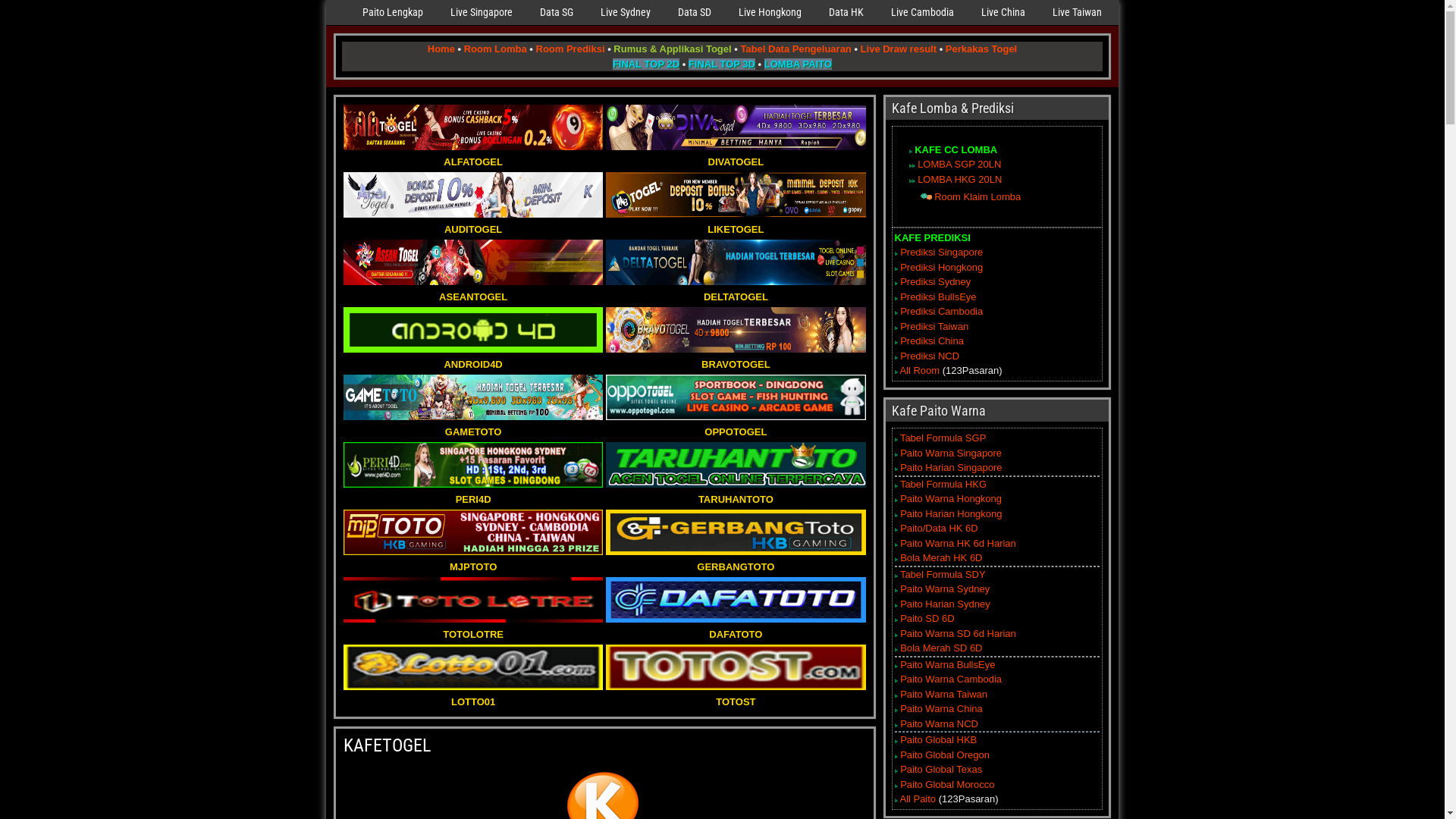 This screenshot has width=1456, height=819. What do you see at coordinates (472, 329) in the screenshot?
I see `'Bandar Judi Online Terpercaya android4d'` at bounding box center [472, 329].